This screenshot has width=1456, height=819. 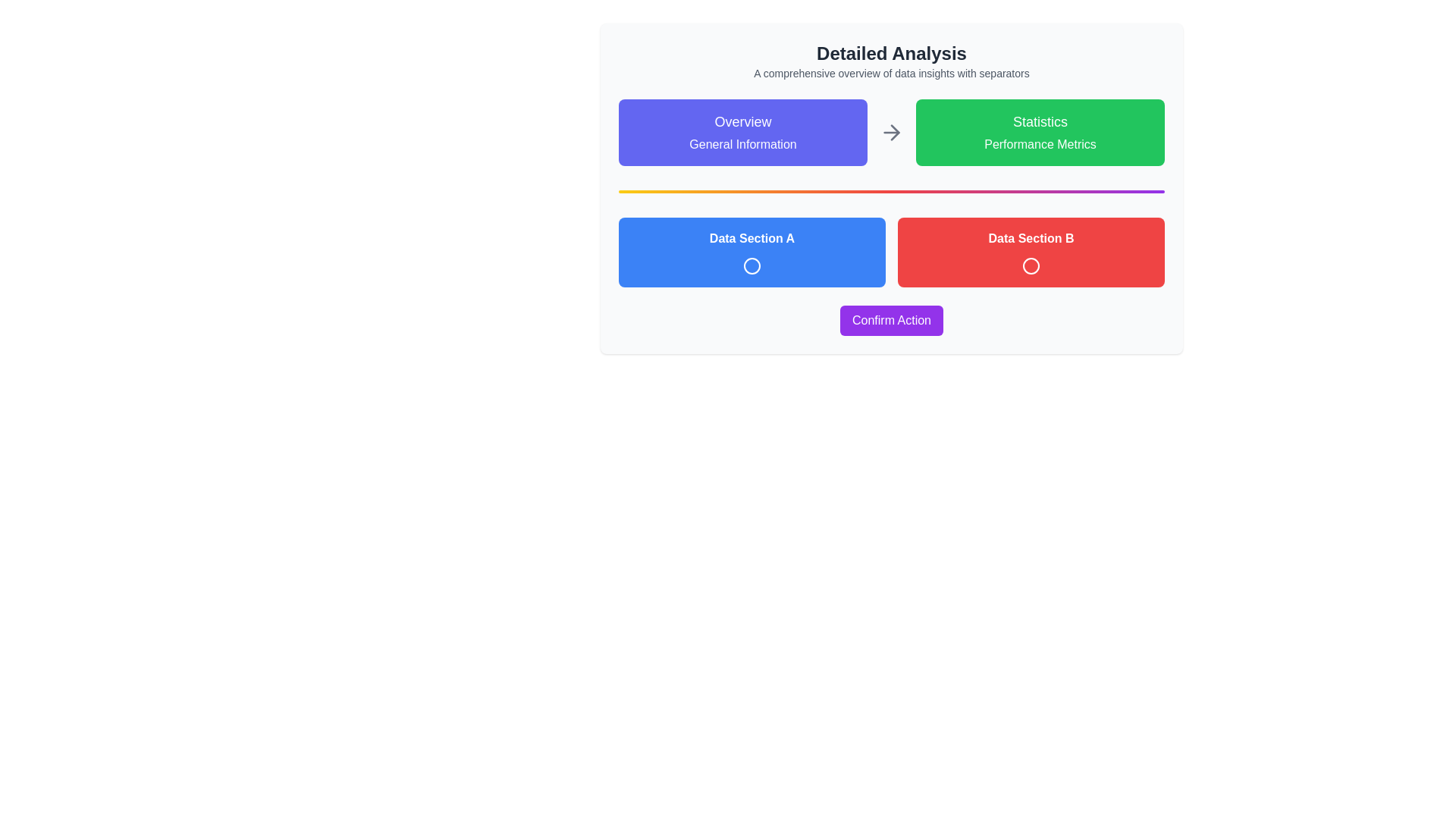 I want to click on the icon that visually associates with 'Data Section B', located at the center of the button labeled 'Data Section B' in the bottom-right of the grouped buttons section, so click(x=1031, y=265).